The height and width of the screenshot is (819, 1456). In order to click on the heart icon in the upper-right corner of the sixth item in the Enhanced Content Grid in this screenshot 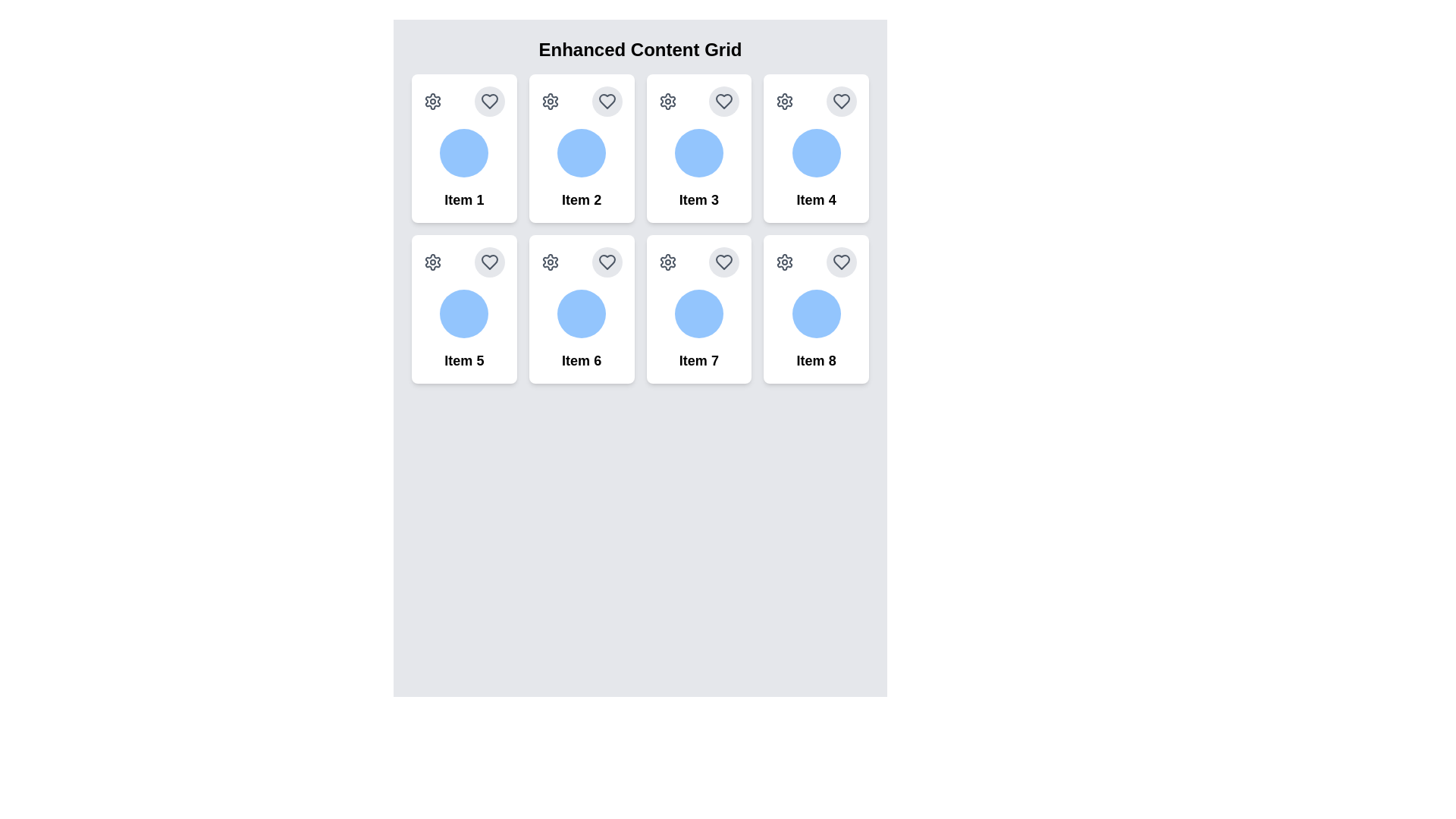, I will do `click(607, 262)`.